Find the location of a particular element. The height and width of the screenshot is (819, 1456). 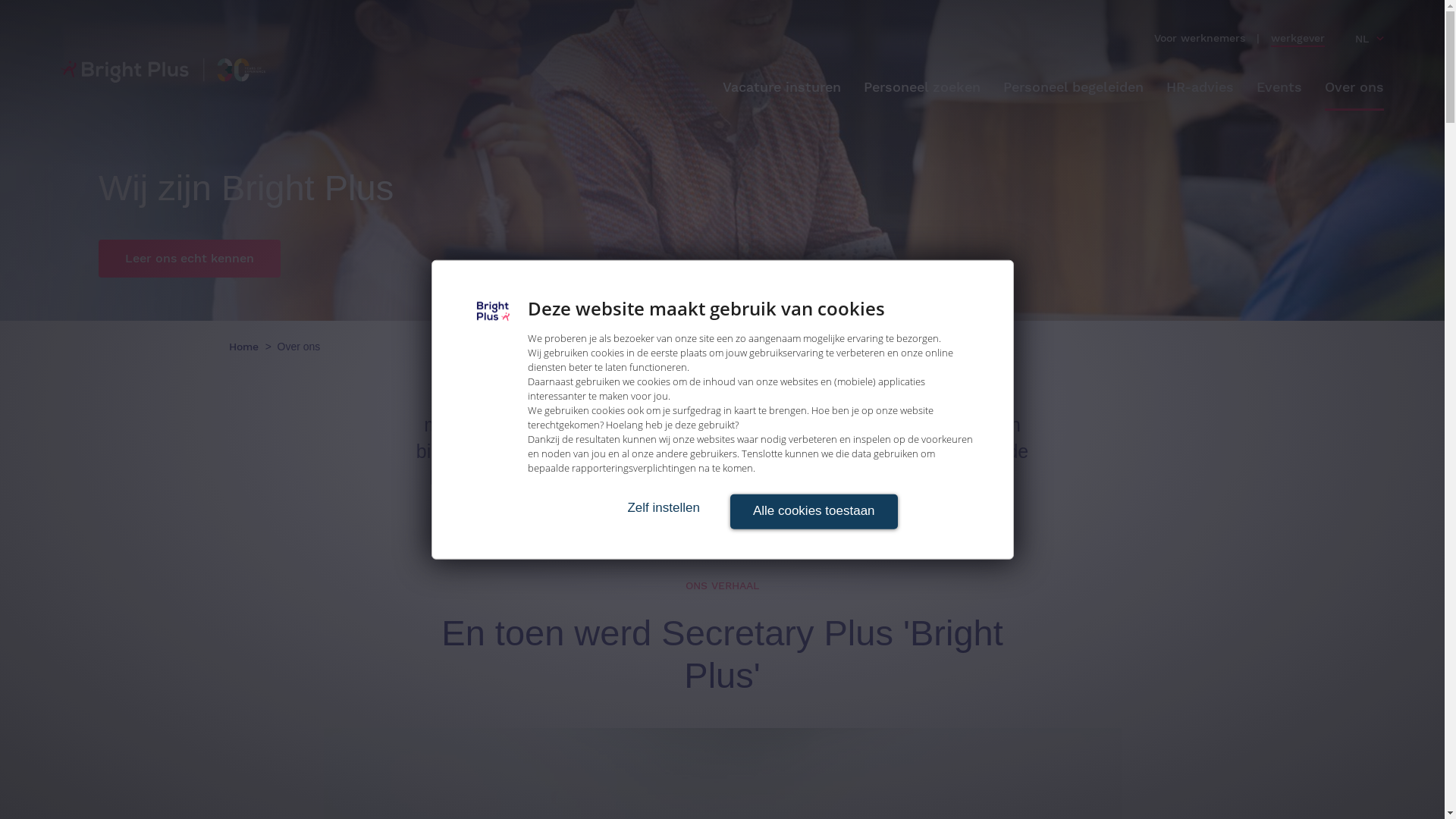

'Home' is located at coordinates (228, 346).